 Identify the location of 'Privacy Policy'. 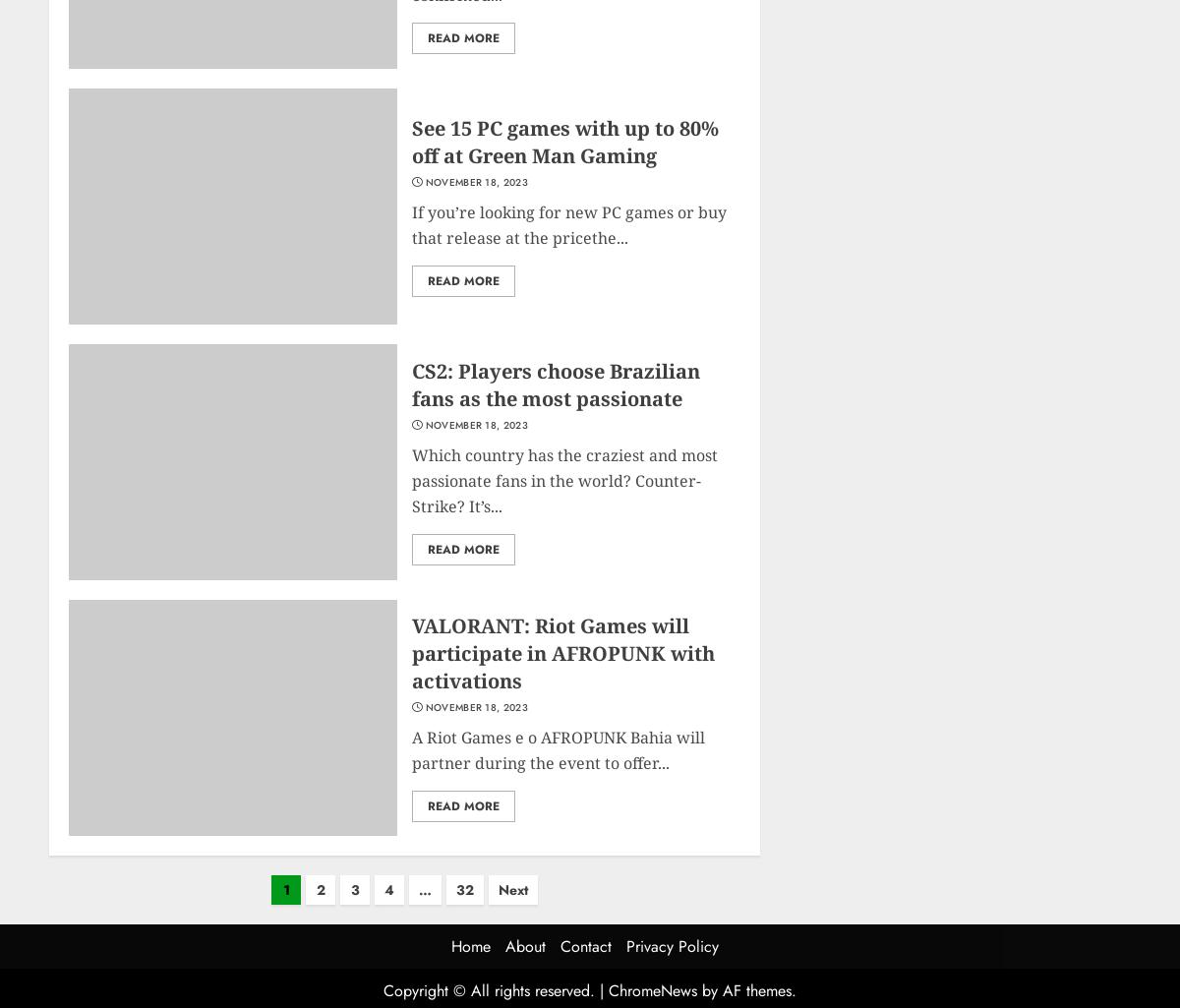
(672, 945).